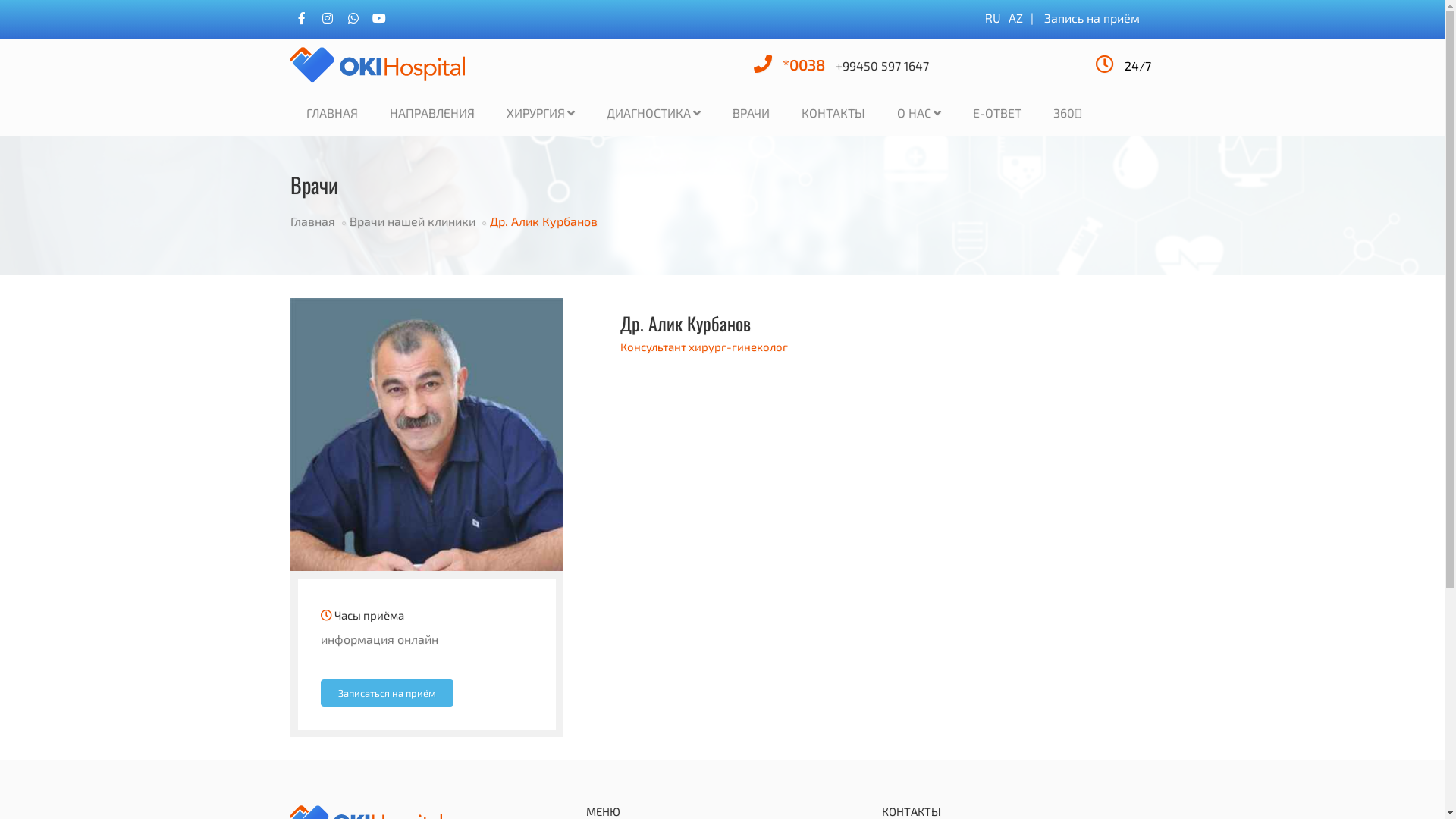 This screenshot has width=1456, height=819. What do you see at coordinates (1015, 17) in the screenshot?
I see `'AZ'` at bounding box center [1015, 17].